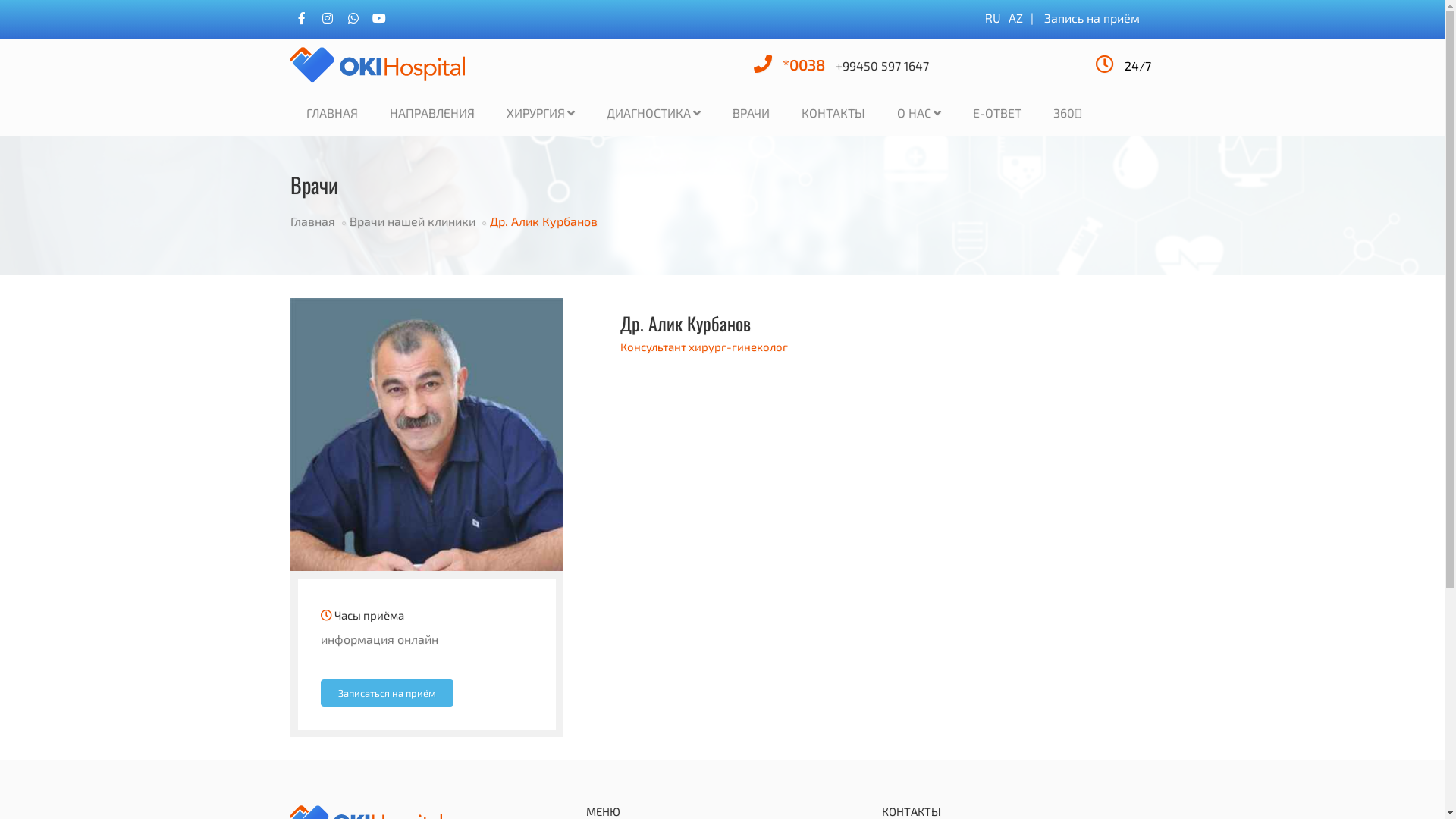 This screenshot has width=1456, height=819. What do you see at coordinates (1015, 17) in the screenshot?
I see `'AZ'` at bounding box center [1015, 17].